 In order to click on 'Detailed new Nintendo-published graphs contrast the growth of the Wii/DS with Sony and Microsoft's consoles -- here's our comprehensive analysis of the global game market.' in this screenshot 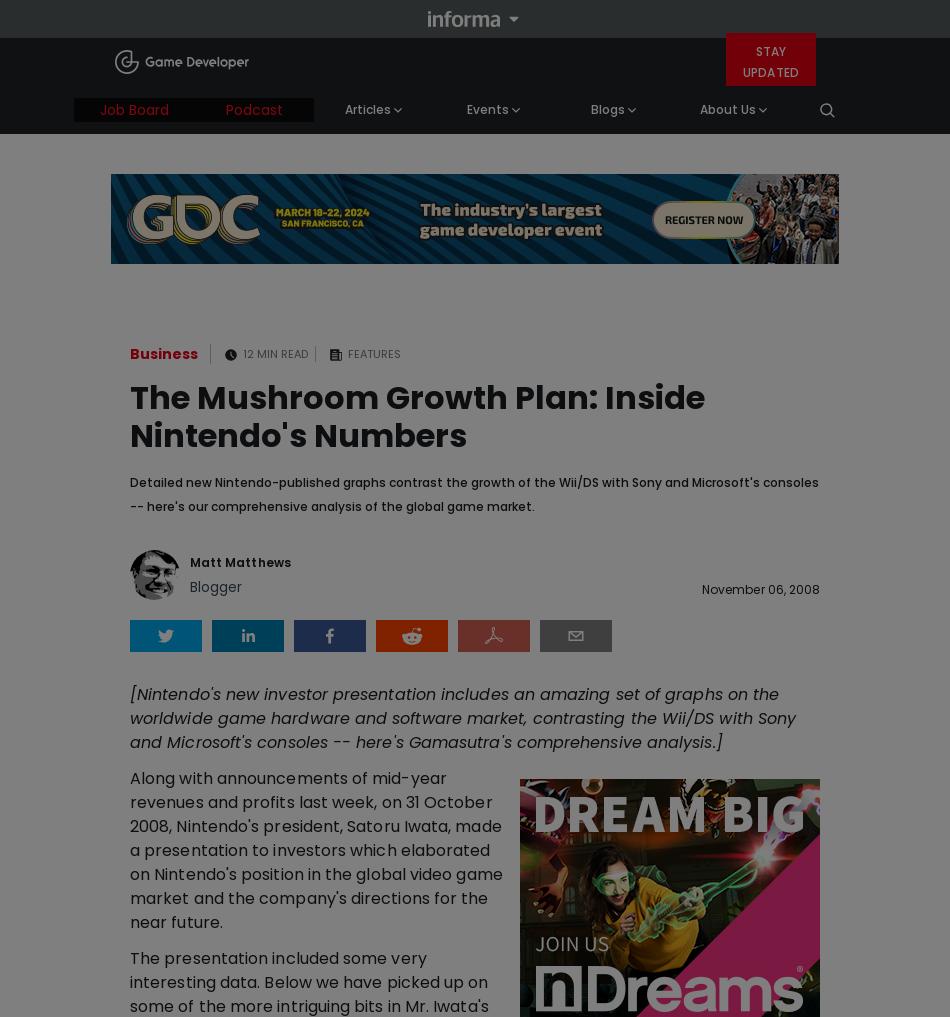, I will do `click(473, 492)`.